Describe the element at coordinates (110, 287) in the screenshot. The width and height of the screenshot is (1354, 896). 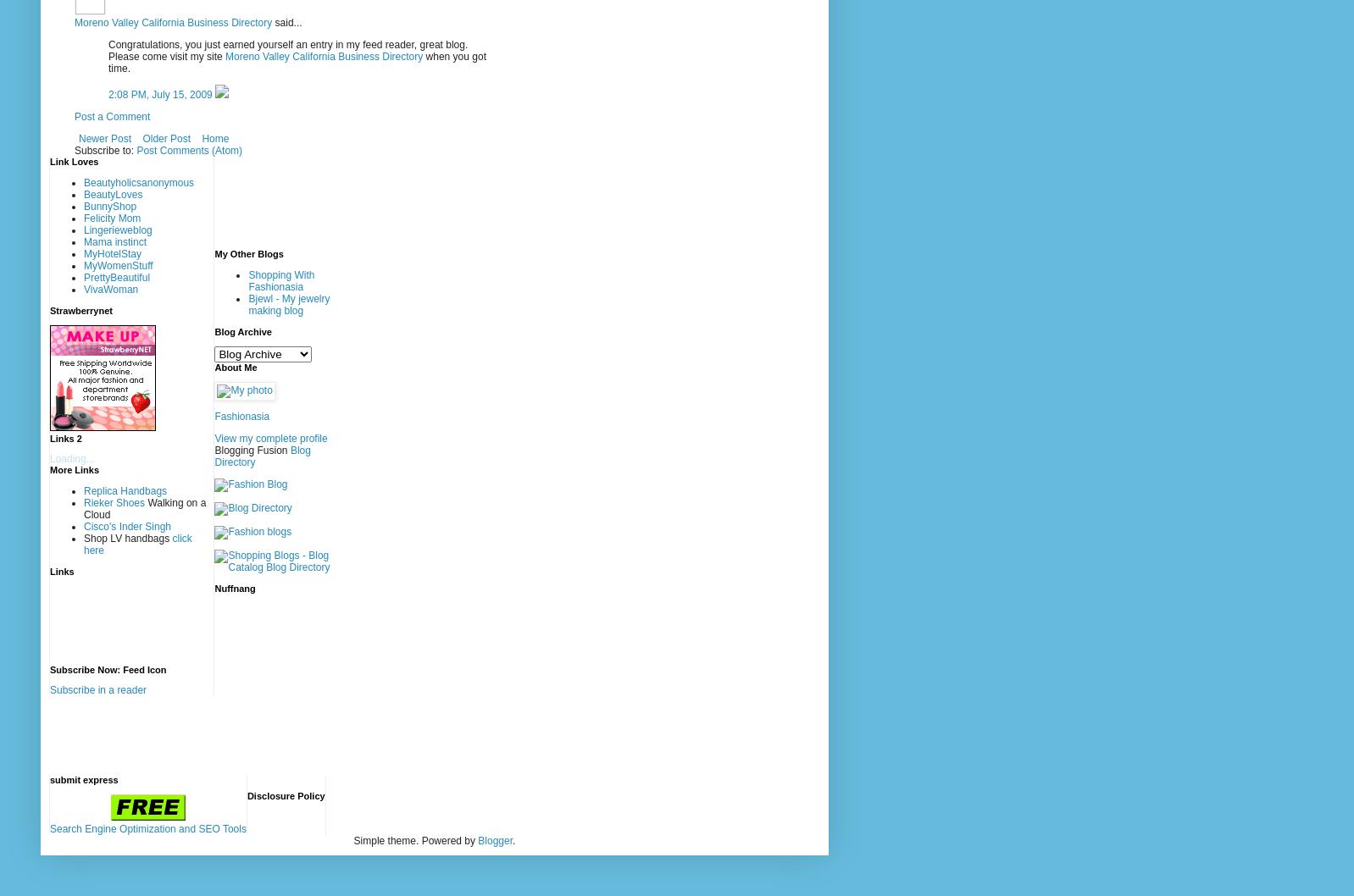
I see `'VivaWoman'` at that location.